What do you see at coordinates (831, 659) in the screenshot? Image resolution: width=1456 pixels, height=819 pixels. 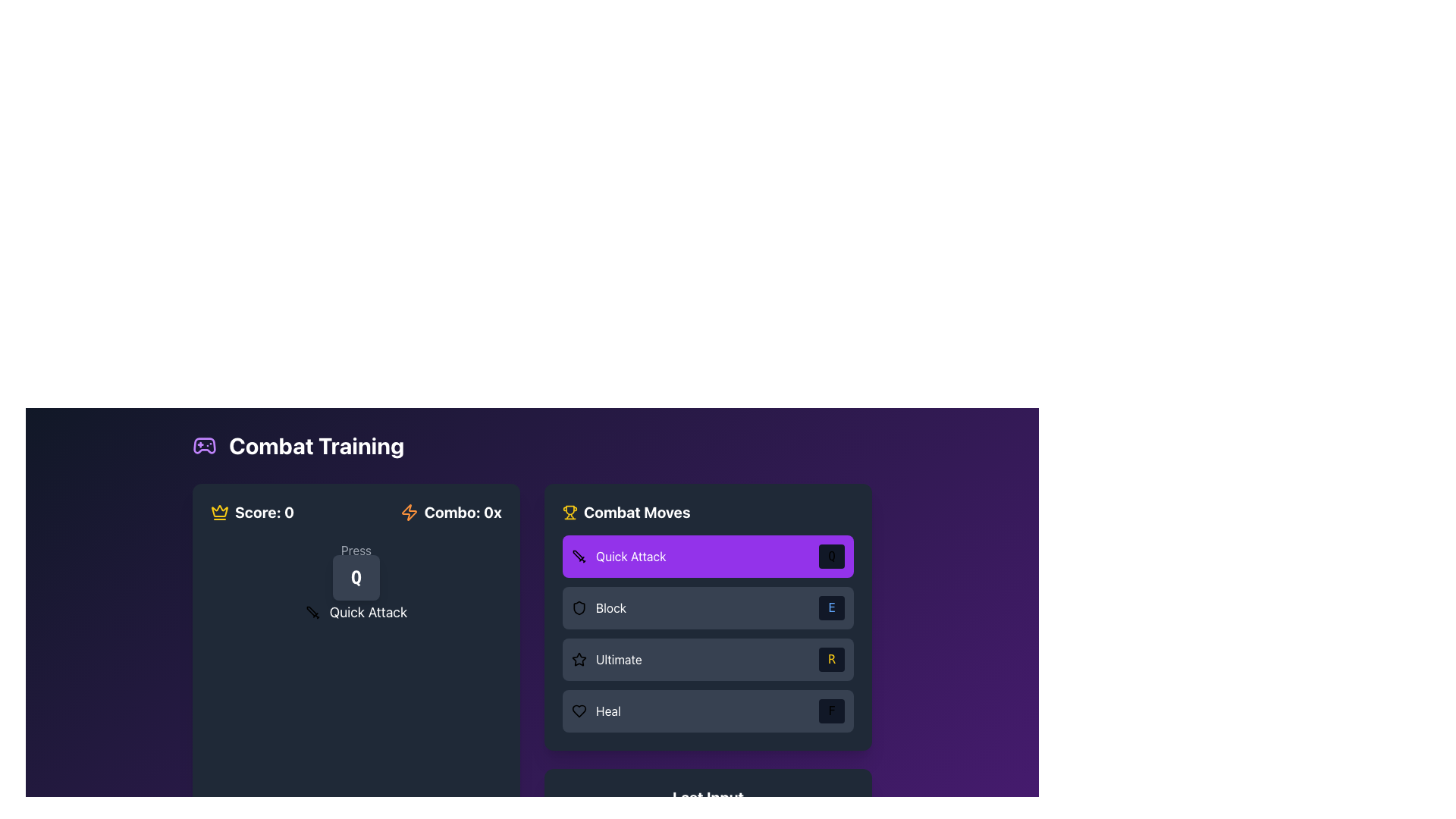 I see `the 'Ultimate' shortcut key indicator located in the bottom-right corner of the 'Ultimate' list item in the 'Combat Moves' section` at bounding box center [831, 659].